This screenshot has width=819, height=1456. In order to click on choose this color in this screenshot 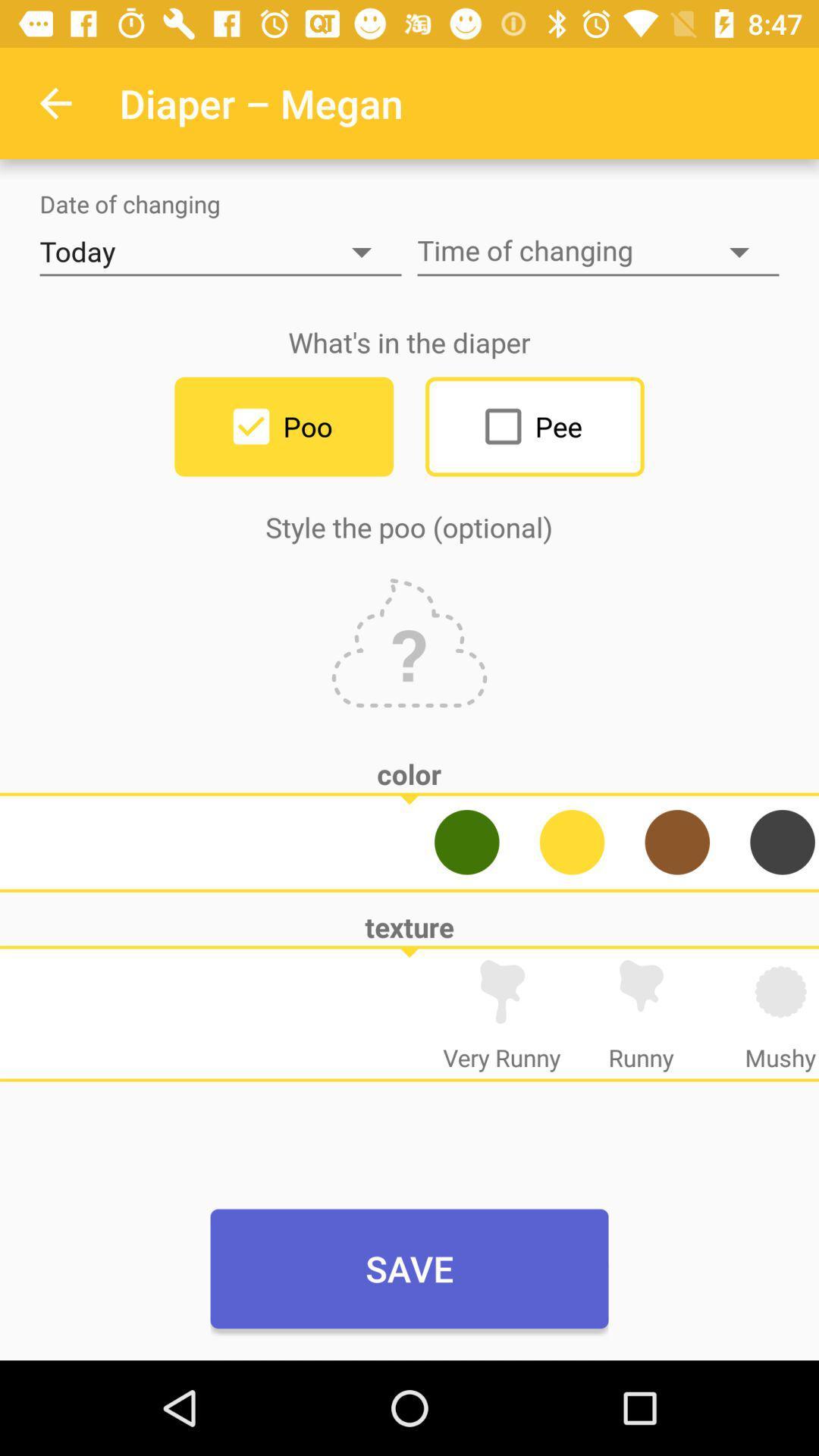, I will do `click(783, 841)`.